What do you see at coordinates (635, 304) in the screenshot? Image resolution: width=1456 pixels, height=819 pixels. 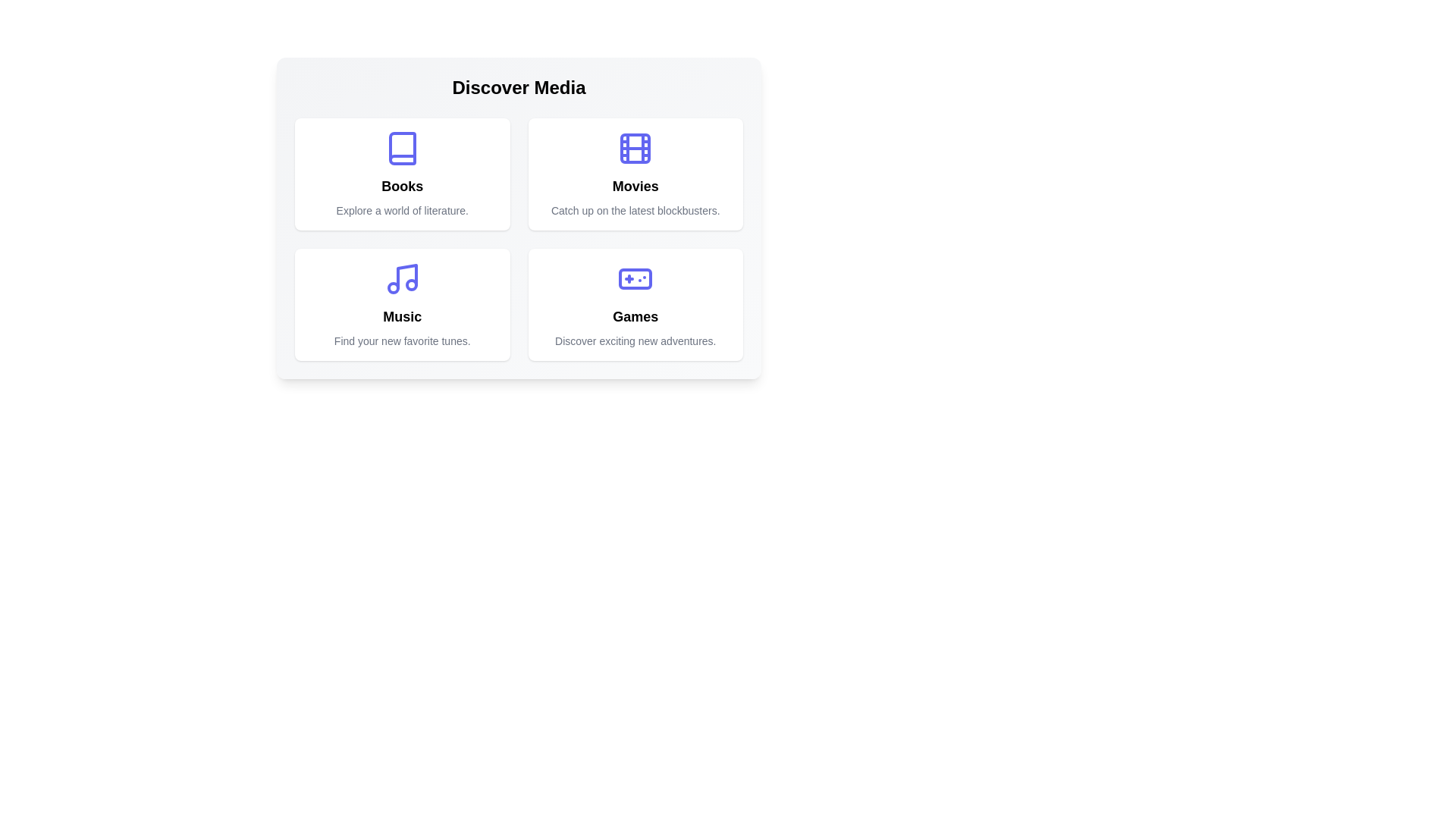 I see `the media category card for Games` at bounding box center [635, 304].